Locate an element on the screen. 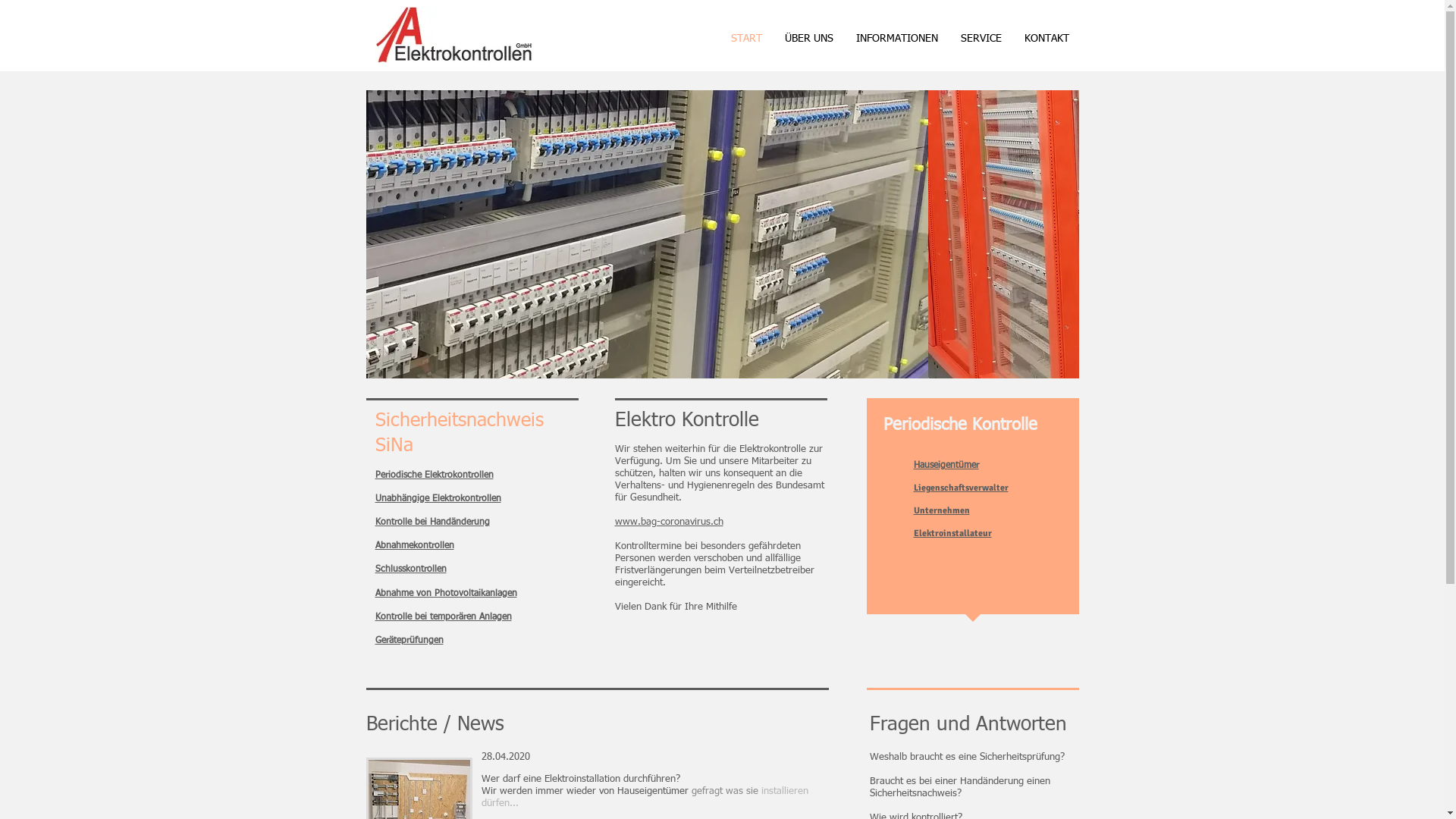 This screenshot has width=1456, height=819. 'Unternehmen' is located at coordinates (940, 510).